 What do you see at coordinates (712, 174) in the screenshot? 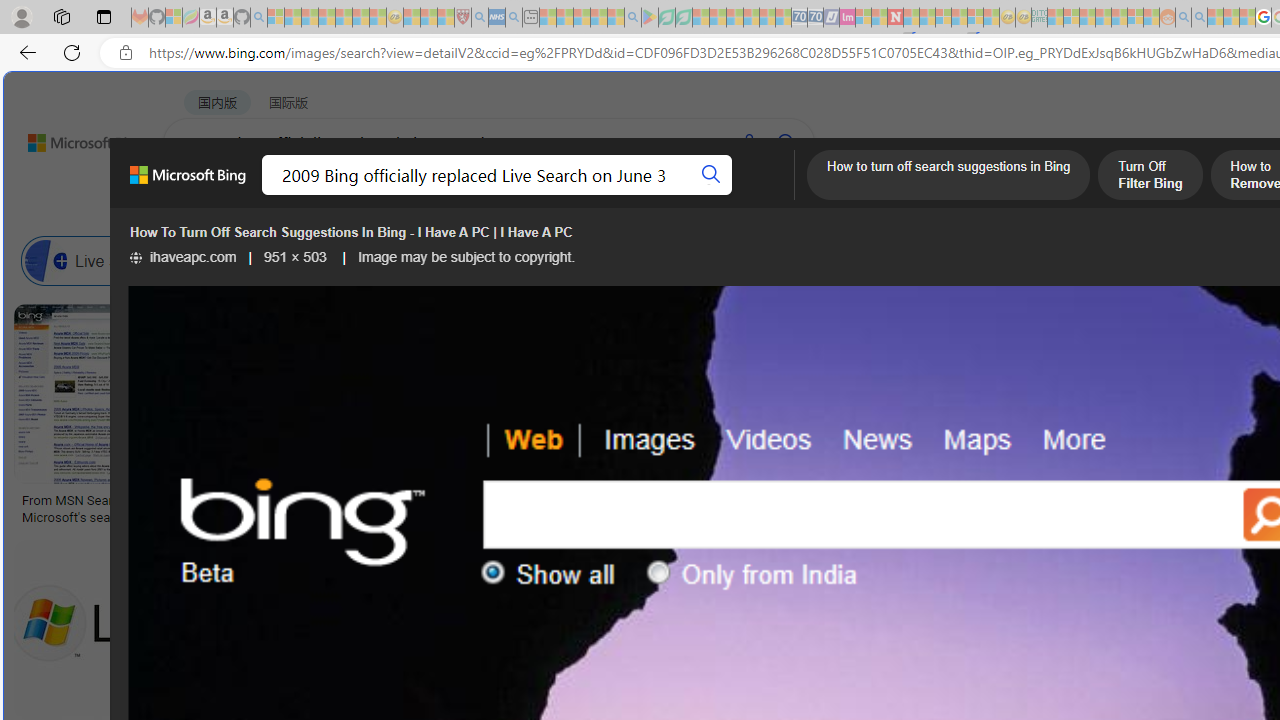
I see `'Search button'` at bounding box center [712, 174].